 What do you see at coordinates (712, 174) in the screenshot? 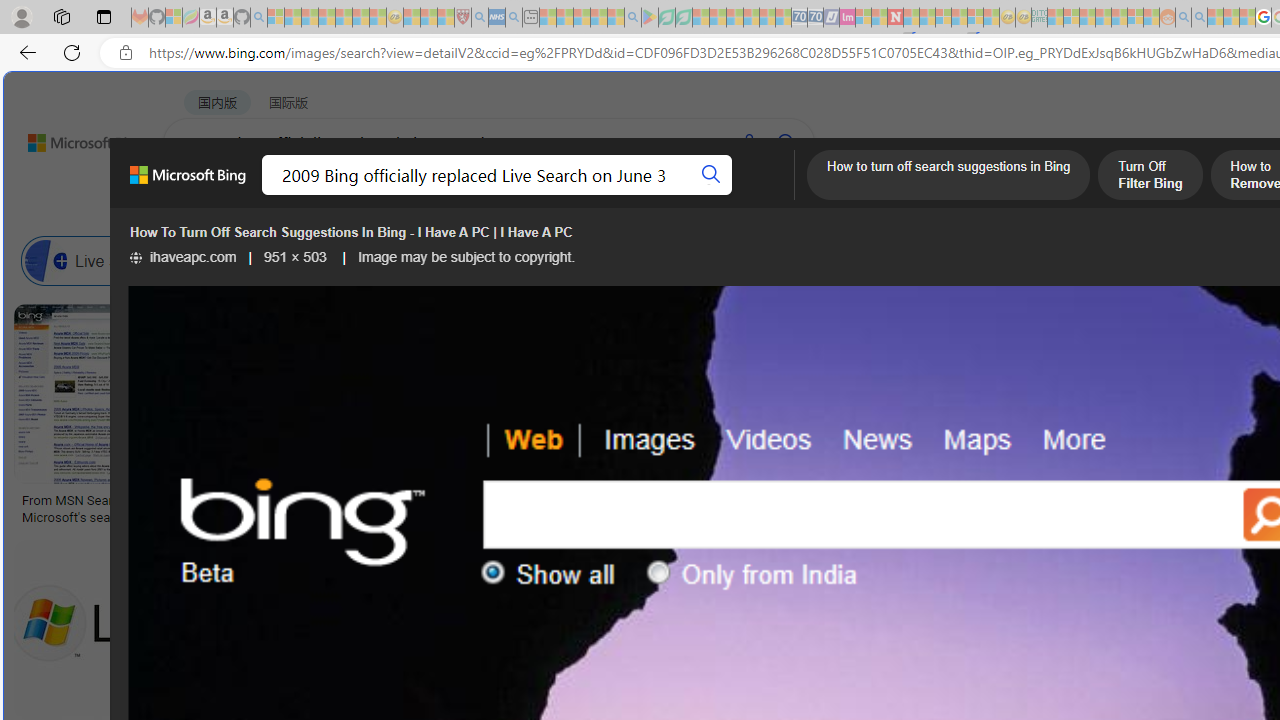
I see `'Search button'` at bounding box center [712, 174].